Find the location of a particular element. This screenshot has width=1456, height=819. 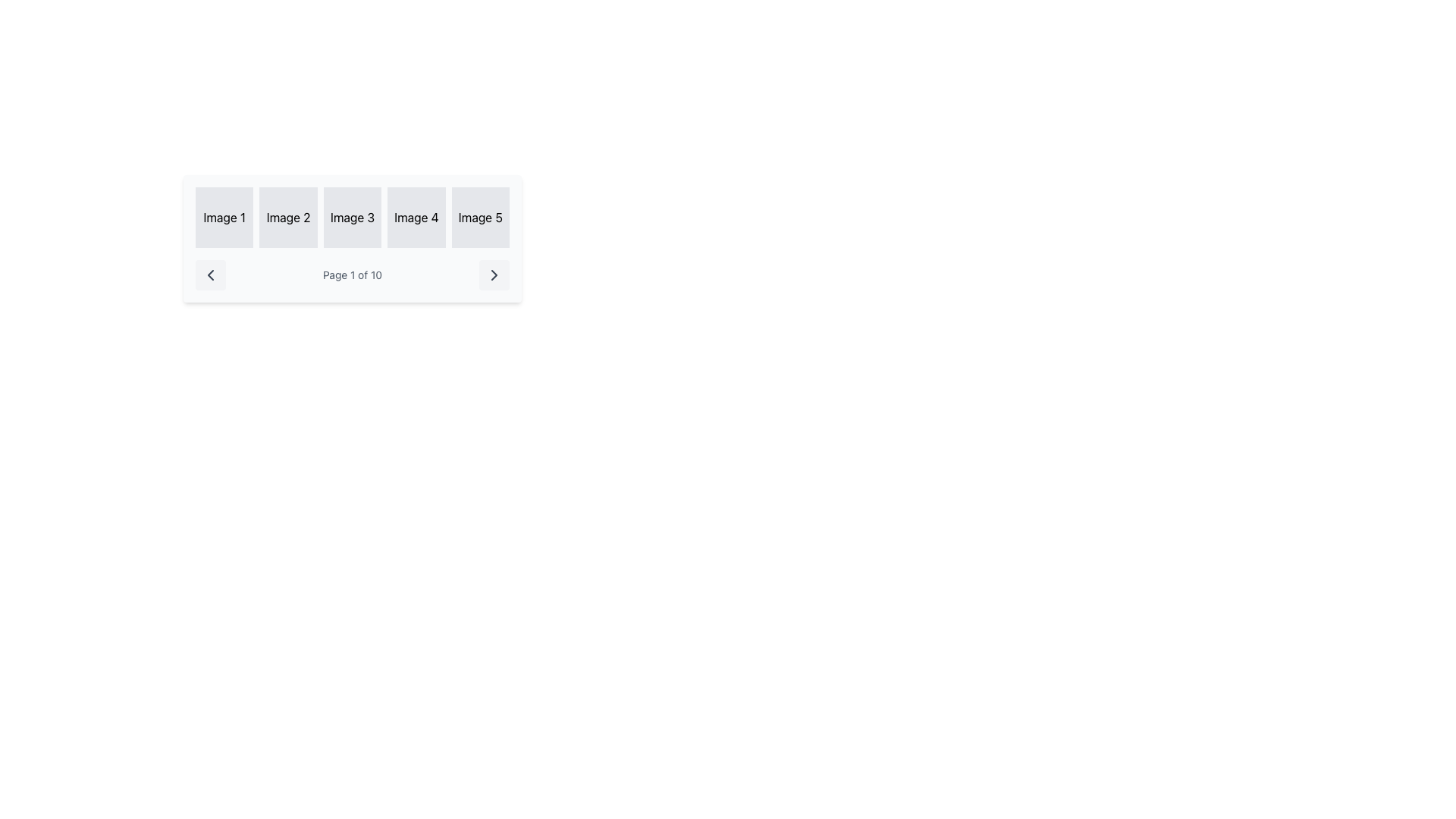

the leftmost button in the horizontal navigation bar is located at coordinates (210, 275).